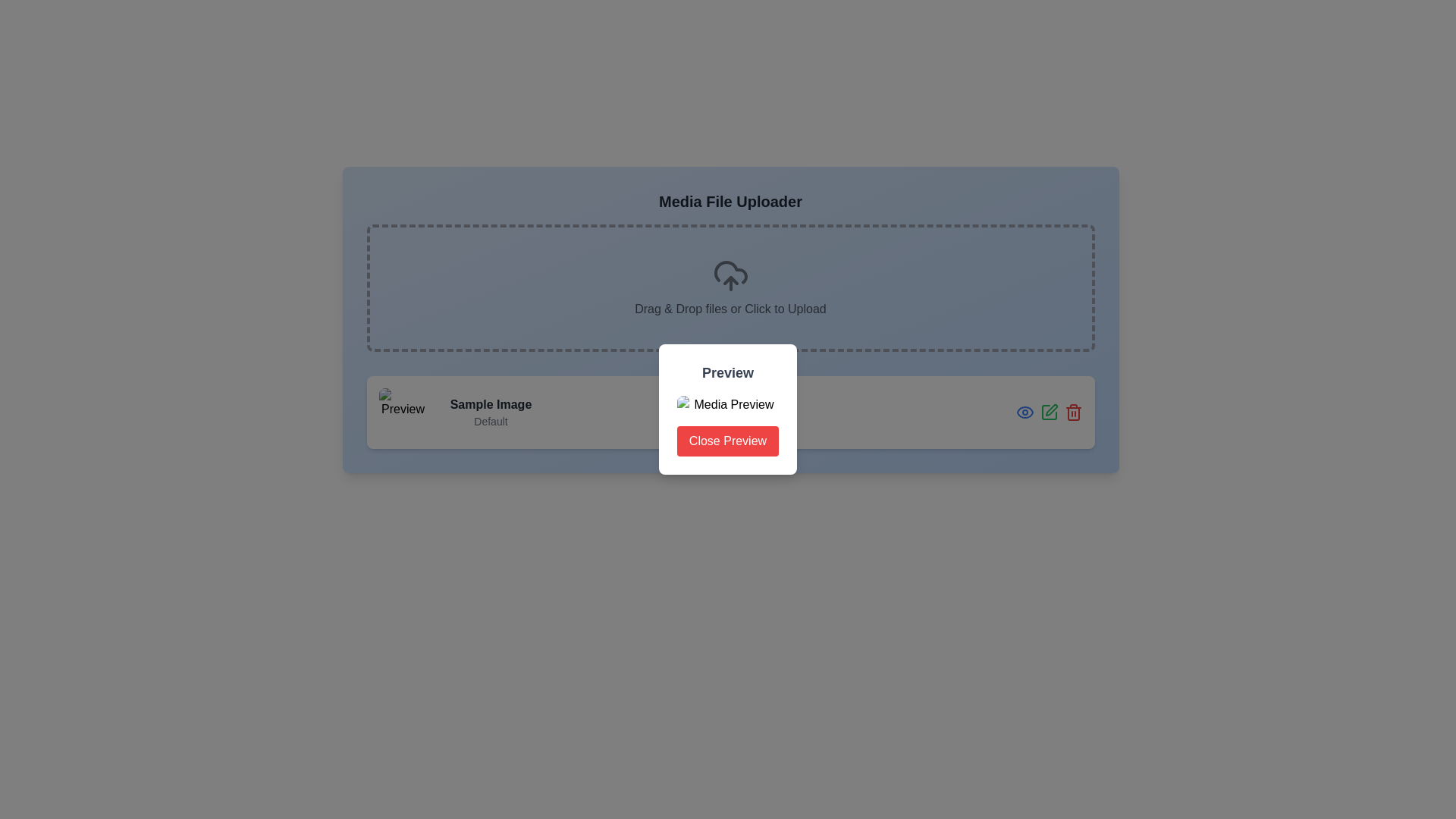 The image size is (1456, 819). Describe the element at coordinates (491, 403) in the screenshot. I see `text label containing 'Sample Image' which is styled bold and truncated, located in the lower left region of the interface` at that location.